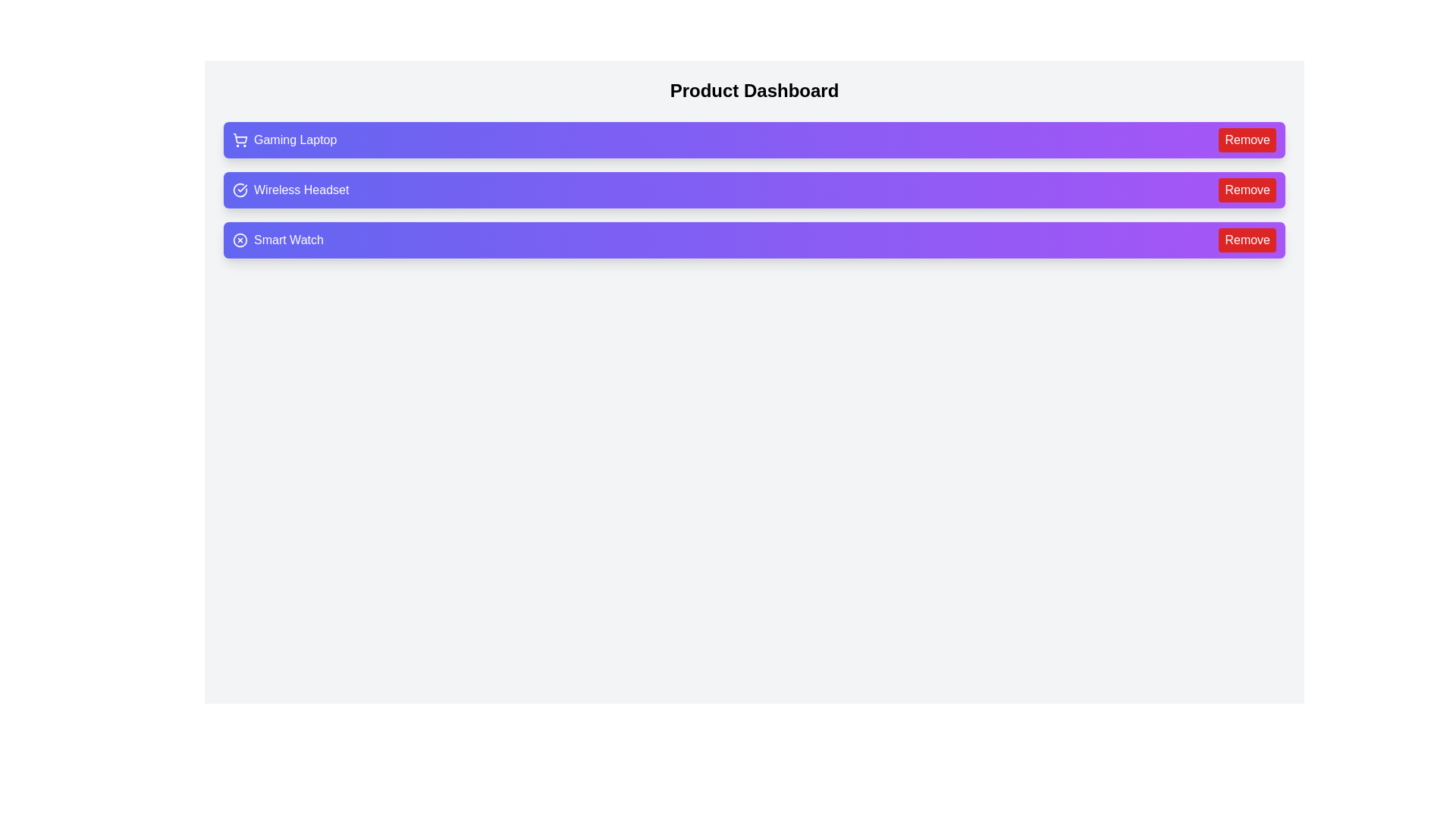 The width and height of the screenshot is (1456, 819). Describe the element at coordinates (754, 189) in the screenshot. I see `the product chip labeled 'Wireless Headset' to observe the hover animation effect` at that location.